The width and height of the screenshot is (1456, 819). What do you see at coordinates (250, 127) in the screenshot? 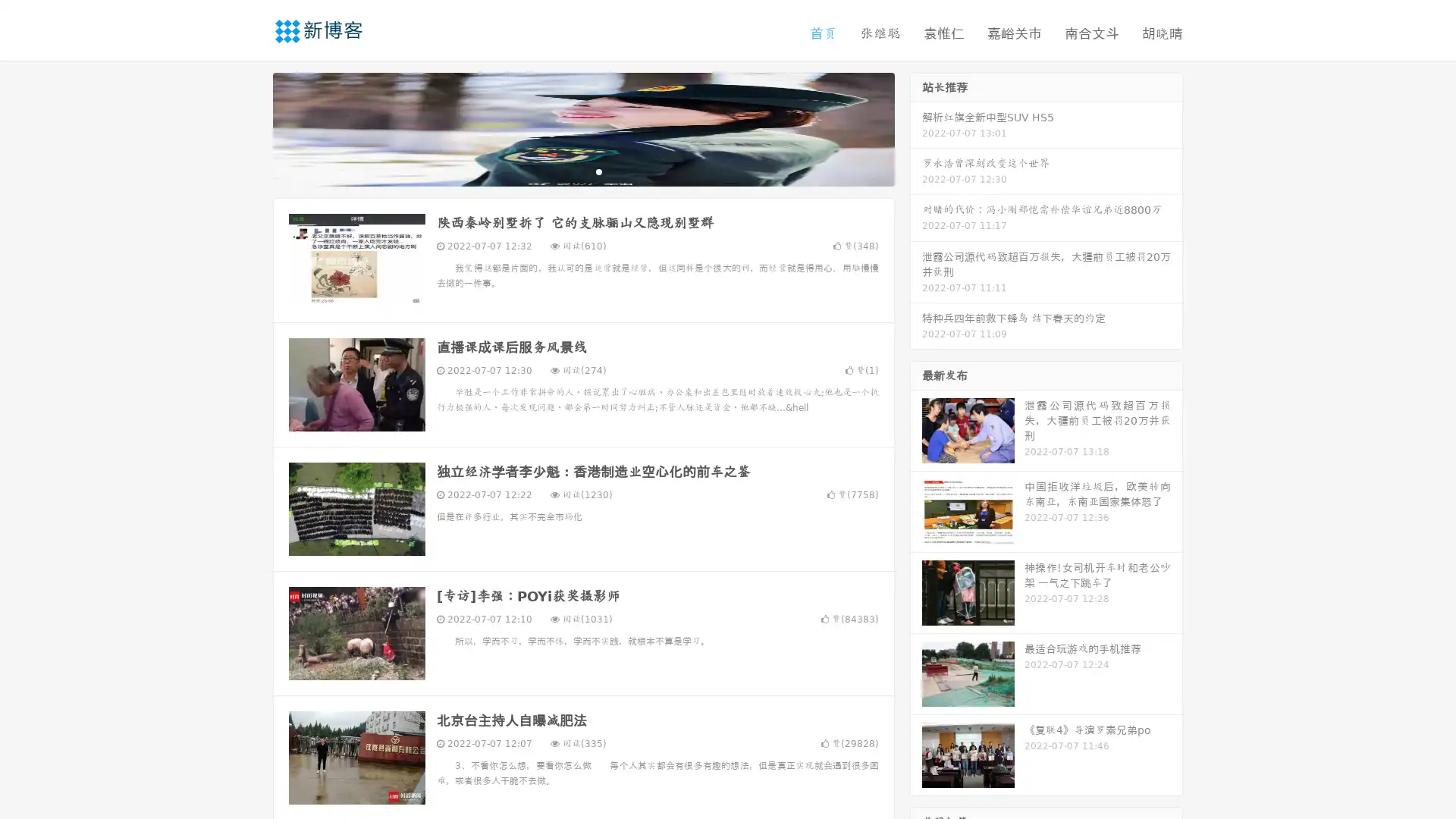
I see `Previous slide` at bounding box center [250, 127].